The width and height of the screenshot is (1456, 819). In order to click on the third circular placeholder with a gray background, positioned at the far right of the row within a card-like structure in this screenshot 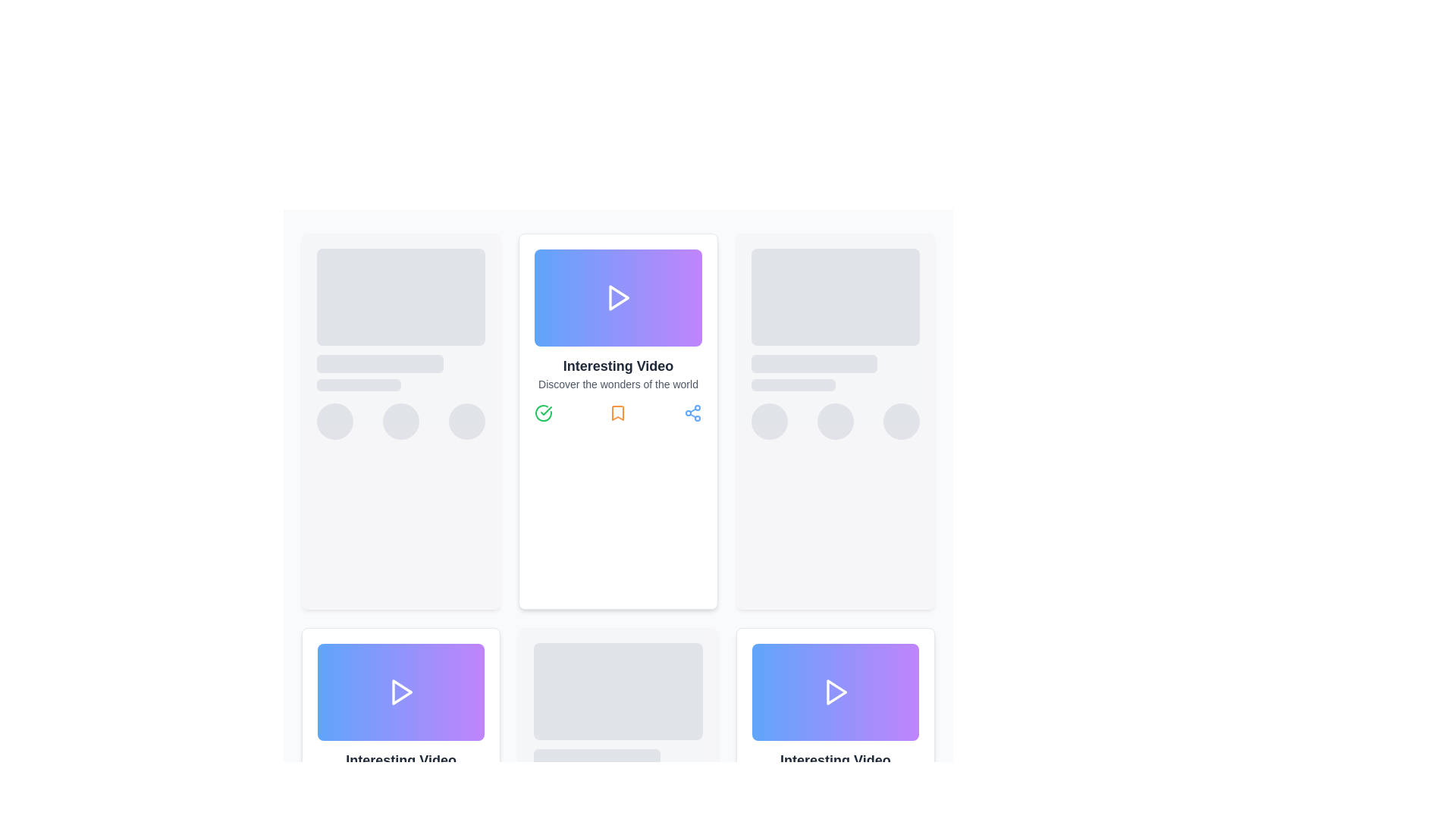, I will do `click(902, 421)`.